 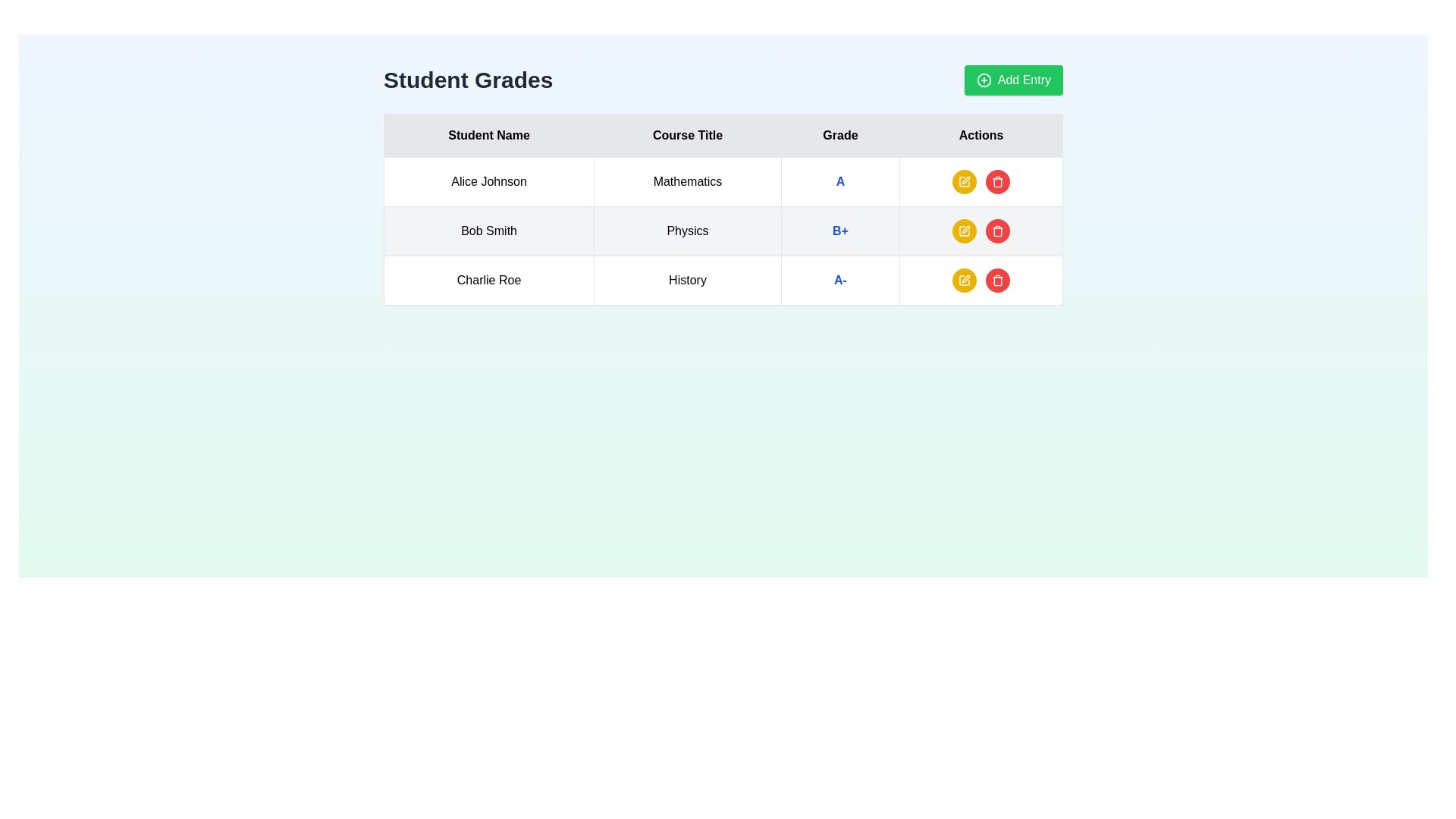 I want to click on the text label that identifies the column containing course titles in the table, located between the 'Student Name' and 'Grade' columns, so click(x=687, y=134).